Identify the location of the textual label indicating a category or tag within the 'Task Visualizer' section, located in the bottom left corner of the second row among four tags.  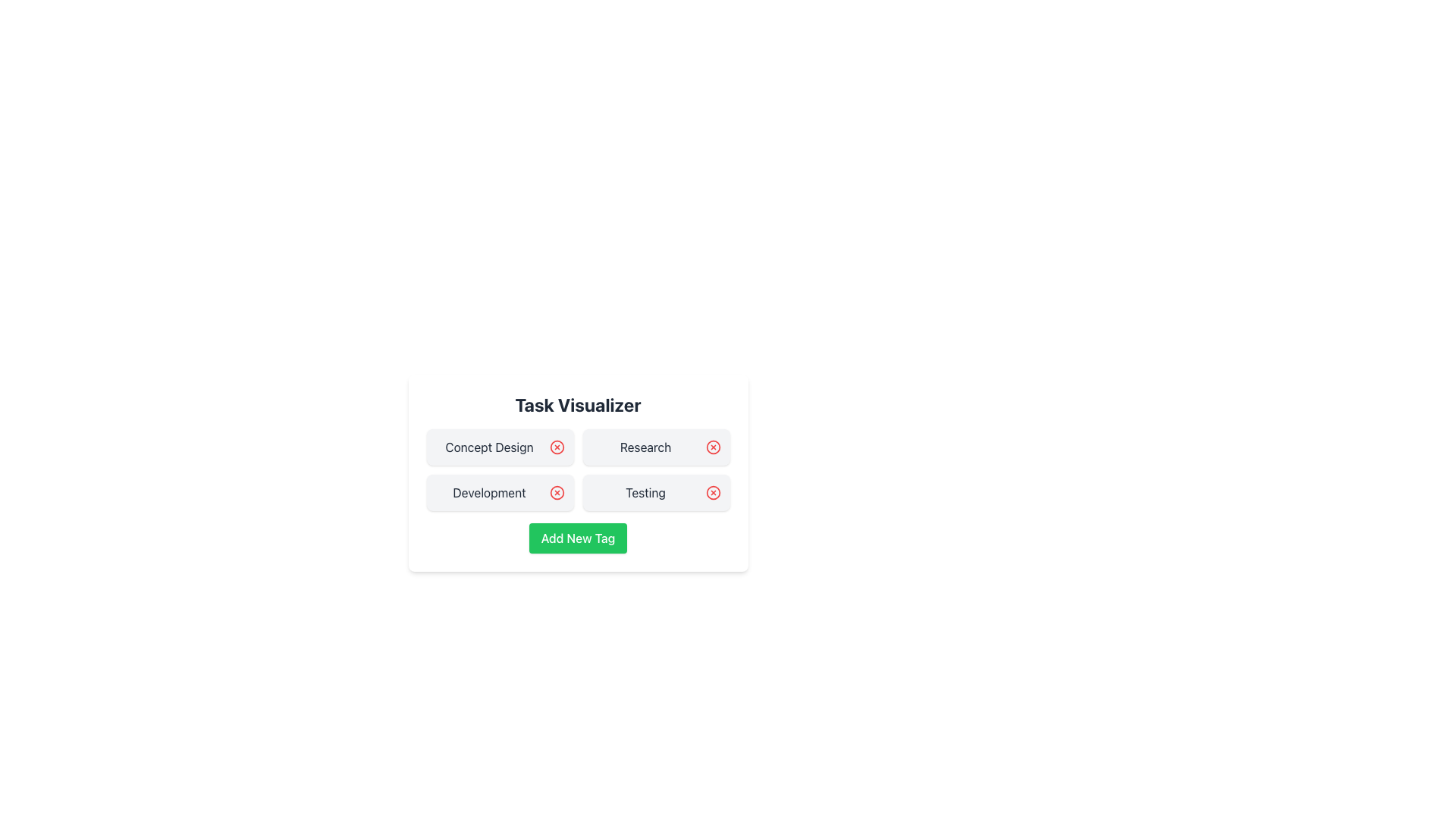
(489, 493).